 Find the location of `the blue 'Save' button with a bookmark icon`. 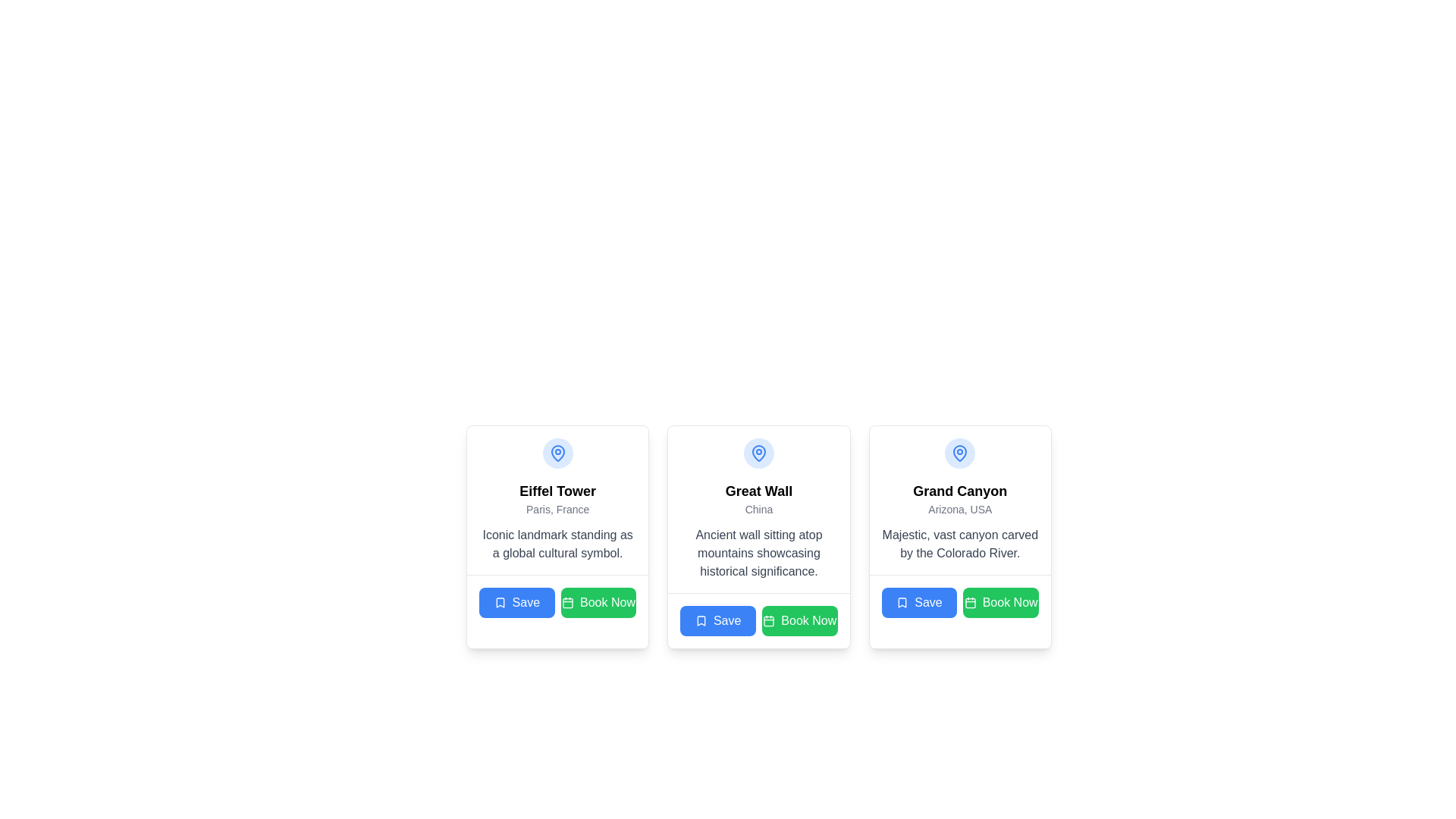

the blue 'Save' button with a bookmark icon is located at coordinates (717, 620).